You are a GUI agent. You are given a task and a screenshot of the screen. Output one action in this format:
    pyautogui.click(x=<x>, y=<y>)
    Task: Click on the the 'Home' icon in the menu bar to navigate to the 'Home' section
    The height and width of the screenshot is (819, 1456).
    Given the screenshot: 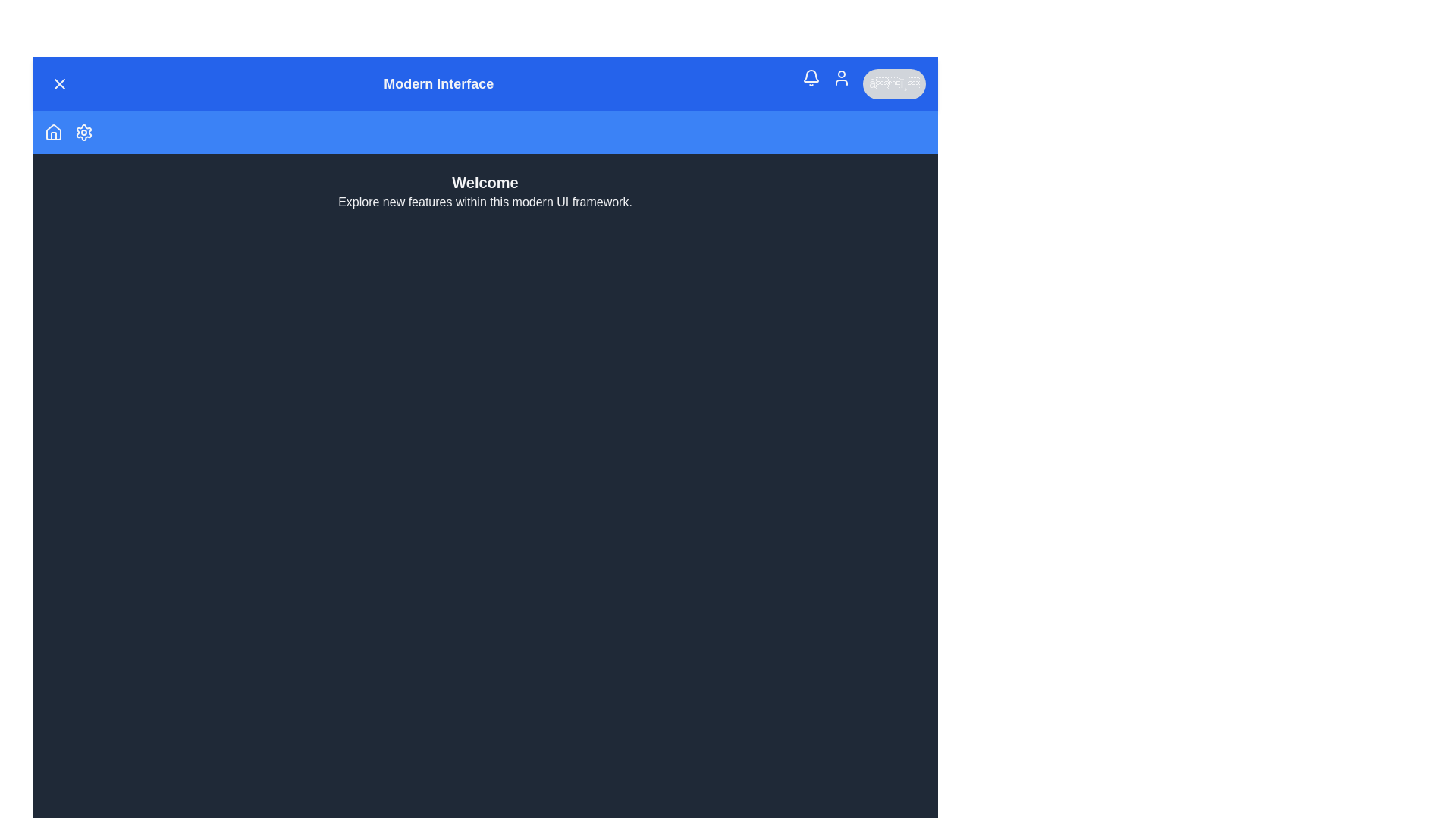 What is the action you would take?
    pyautogui.click(x=54, y=131)
    